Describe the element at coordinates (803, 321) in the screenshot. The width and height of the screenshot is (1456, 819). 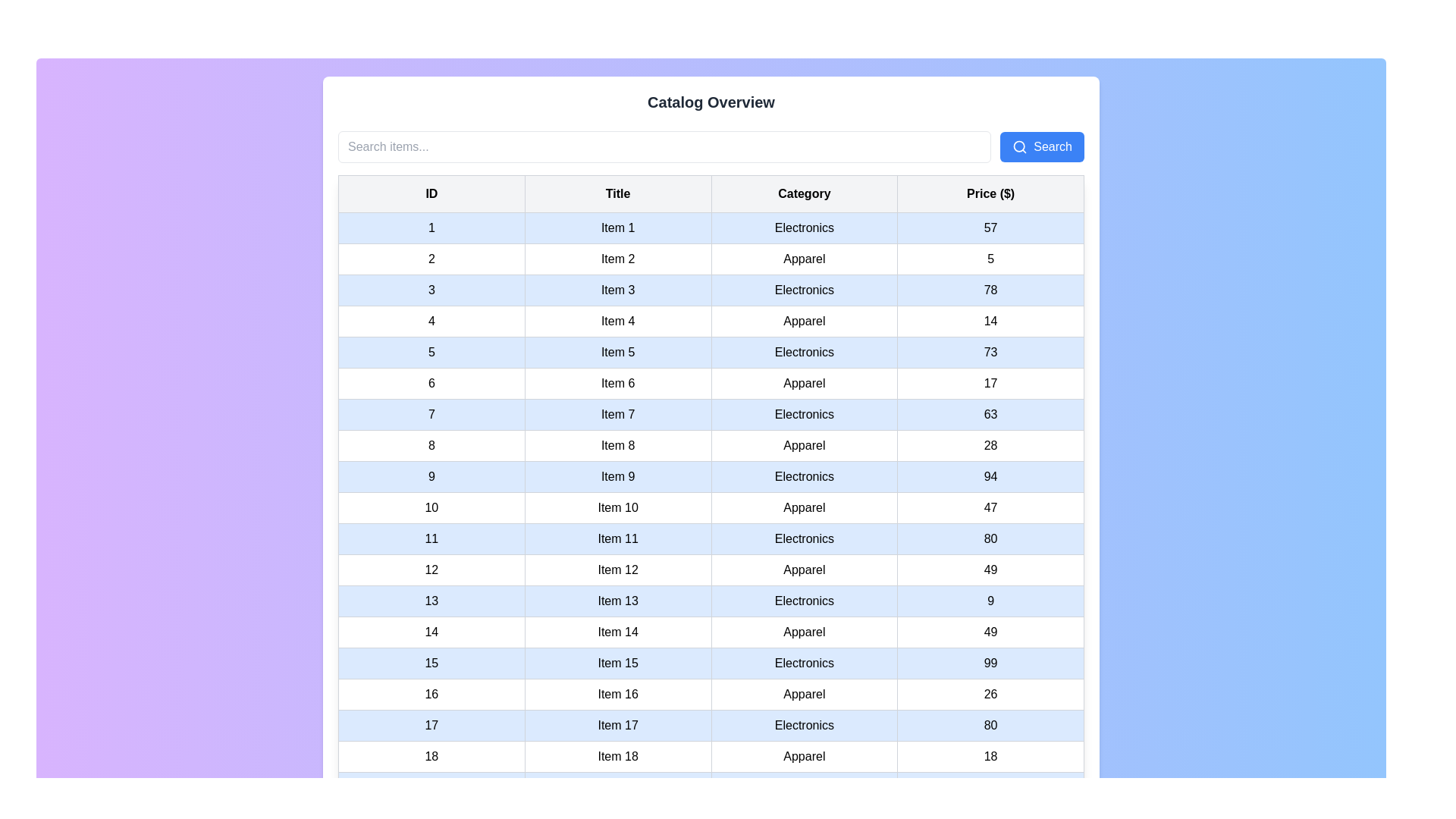
I see `the category name text in the table located in the 'Category' column, third from the left, and fourth row` at that location.